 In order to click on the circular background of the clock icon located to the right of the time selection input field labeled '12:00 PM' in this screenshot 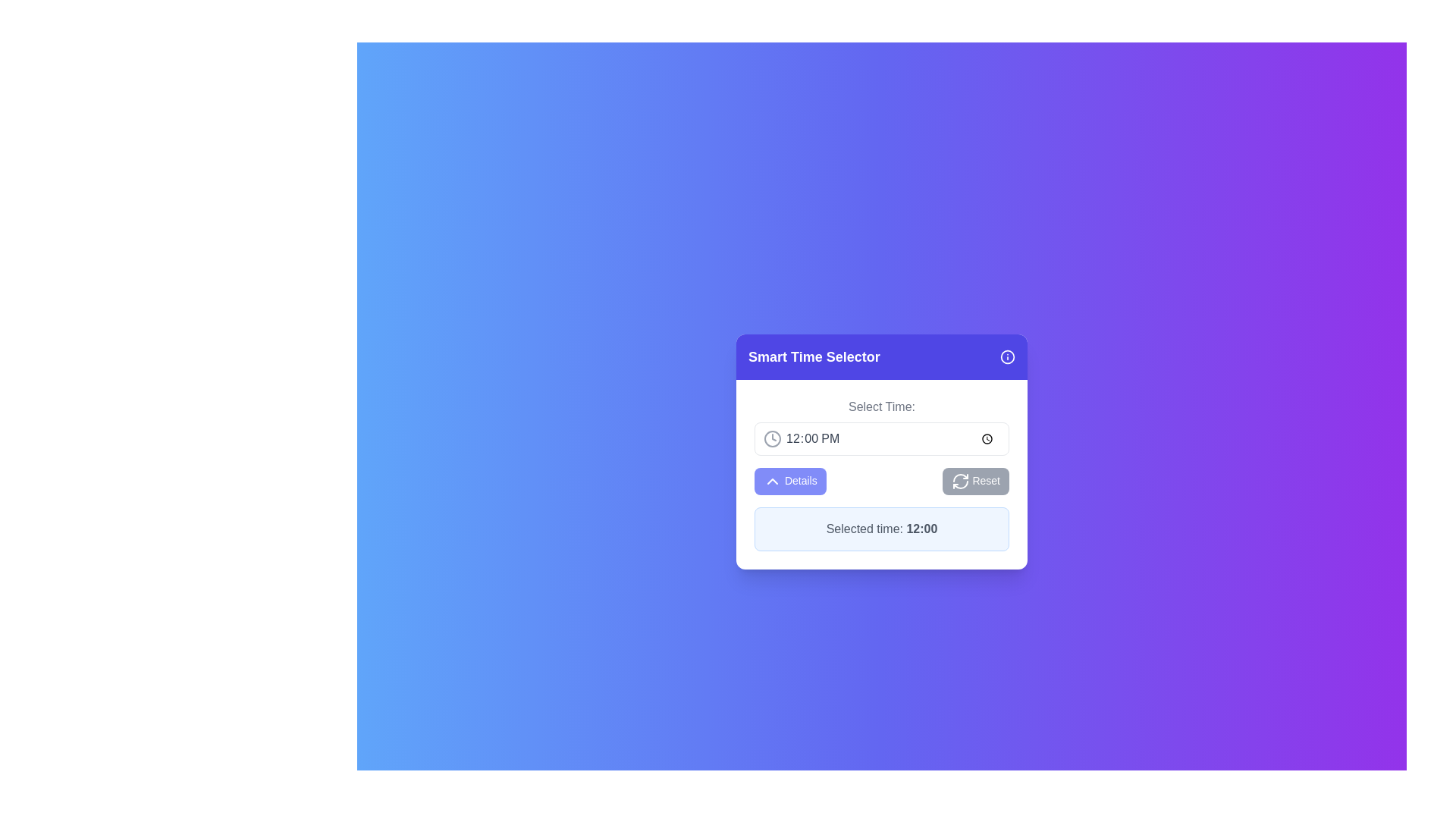, I will do `click(772, 438)`.